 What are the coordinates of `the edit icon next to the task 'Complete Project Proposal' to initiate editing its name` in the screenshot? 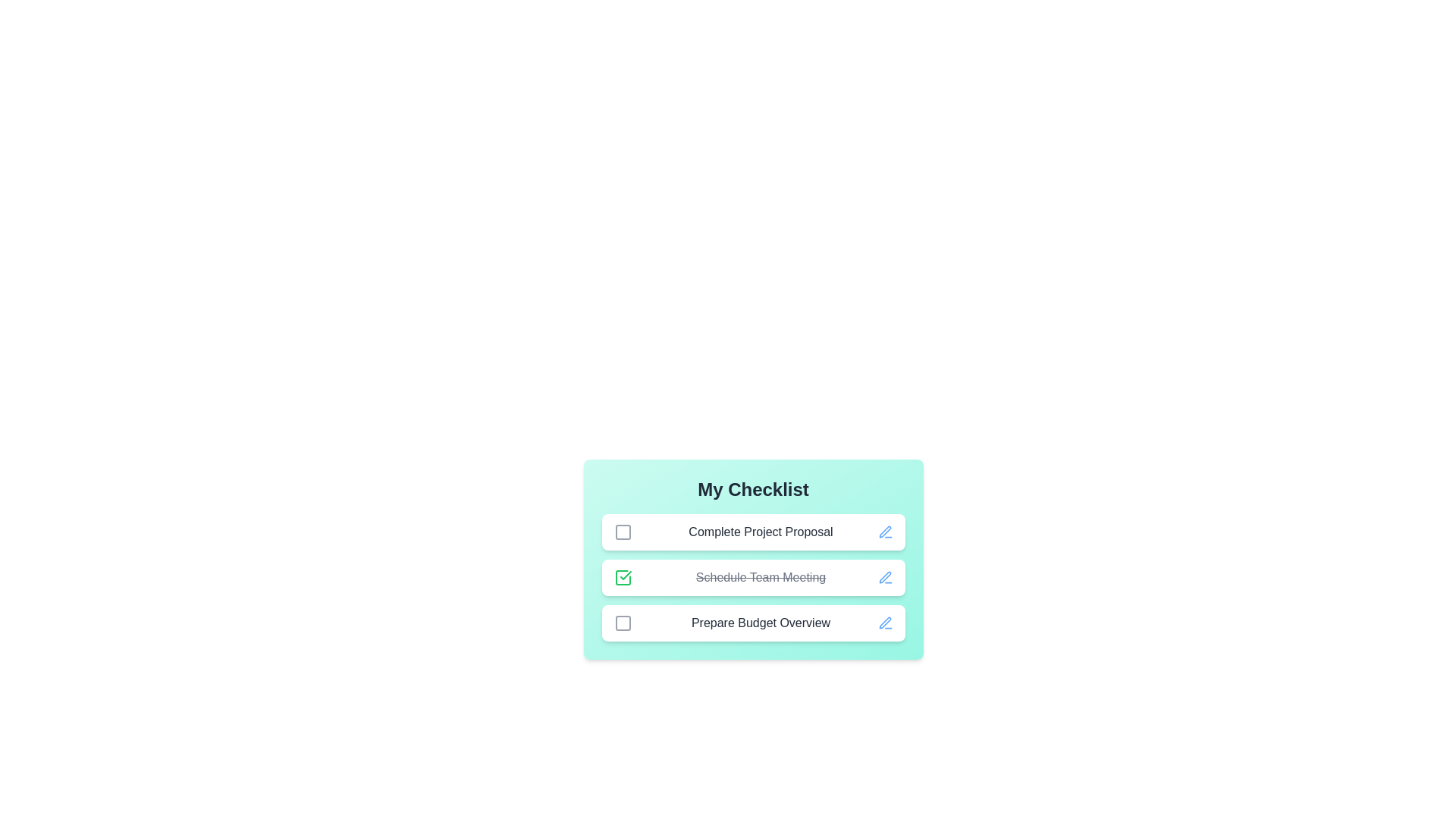 It's located at (885, 532).